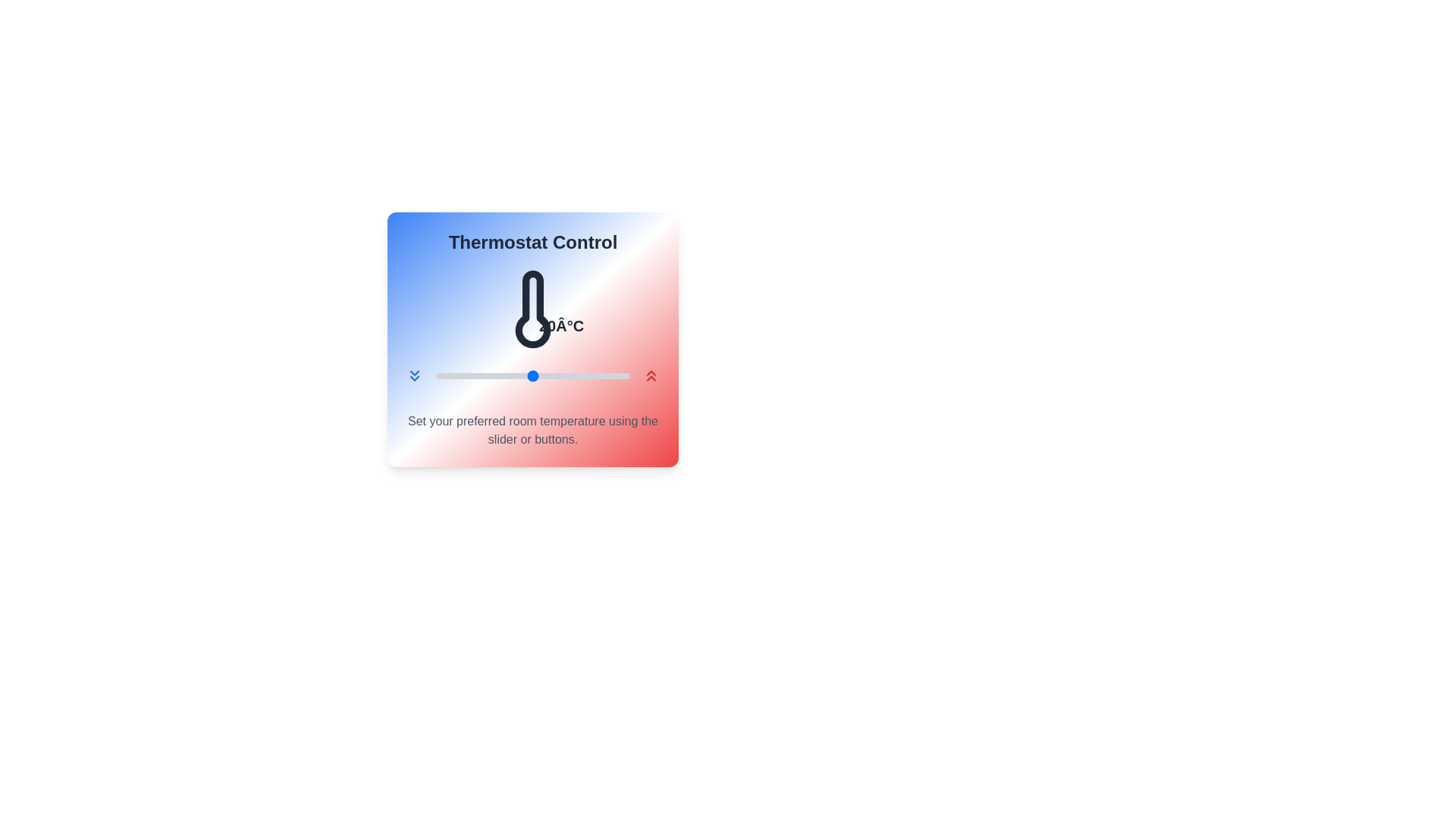 The height and width of the screenshot is (819, 1456). Describe the element at coordinates (542, 375) in the screenshot. I see `the temperature to 21°C using the slider` at that location.